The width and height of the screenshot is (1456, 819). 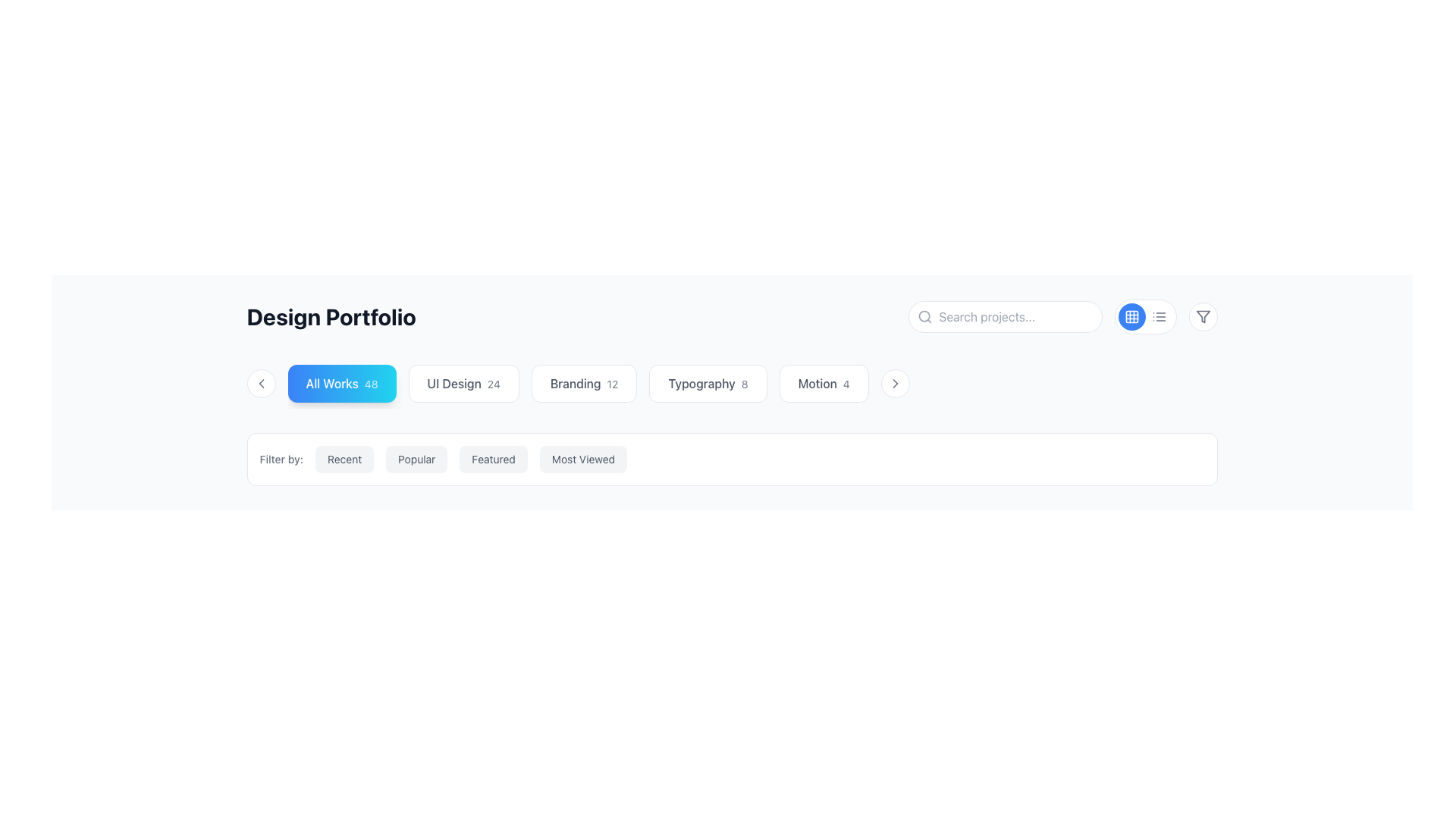 What do you see at coordinates (846, 383) in the screenshot?
I see `the Text label that serves as a count indicator associated with the 'Motion 4' button` at bounding box center [846, 383].